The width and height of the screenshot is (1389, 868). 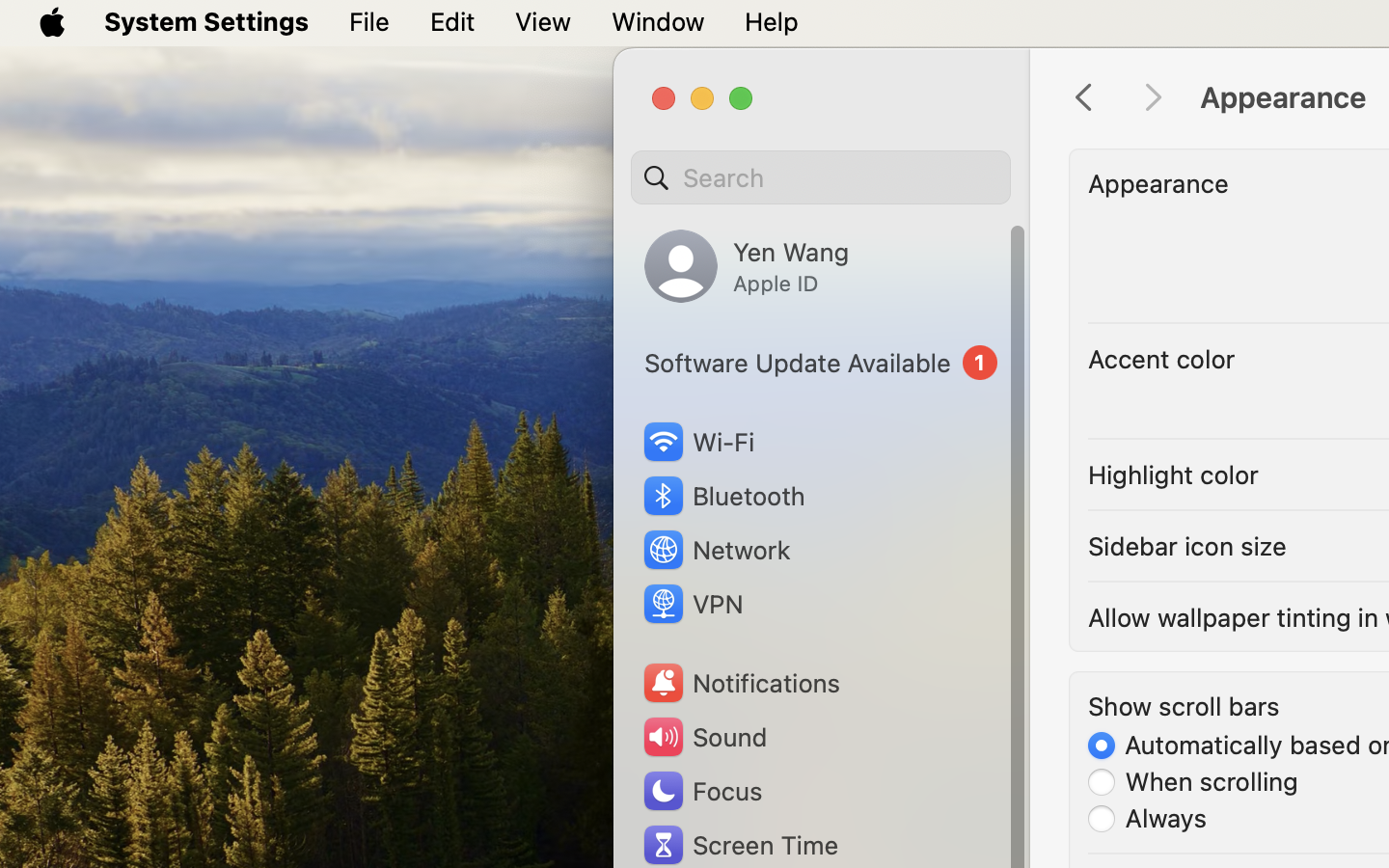 What do you see at coordinates (722, 494) in the screenshot?
I see `'Bluetooth'` at bounding box center [722, 494].